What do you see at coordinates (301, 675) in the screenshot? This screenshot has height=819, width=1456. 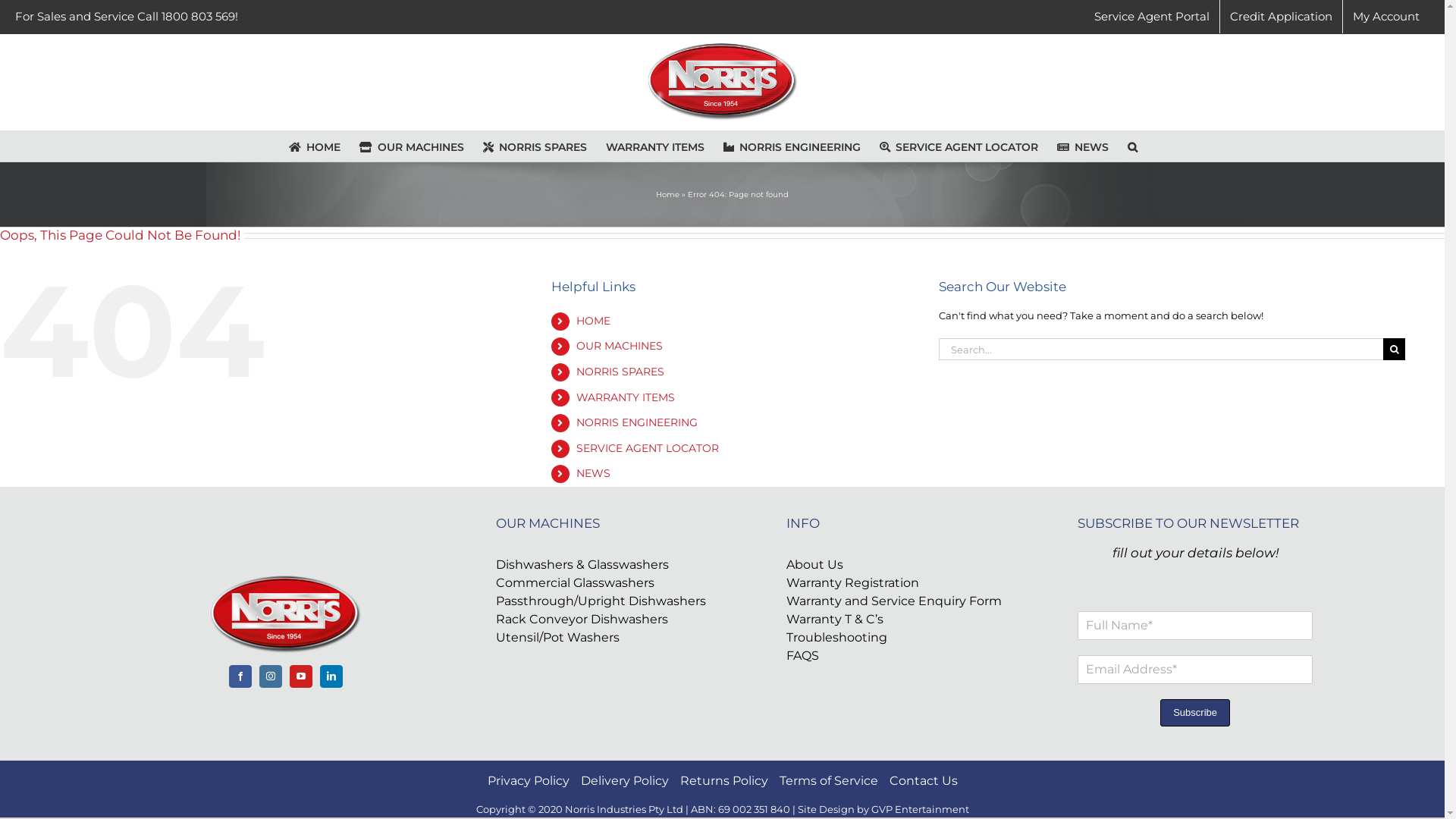 I see `'YouTube'` at bounding box center [301, 675].